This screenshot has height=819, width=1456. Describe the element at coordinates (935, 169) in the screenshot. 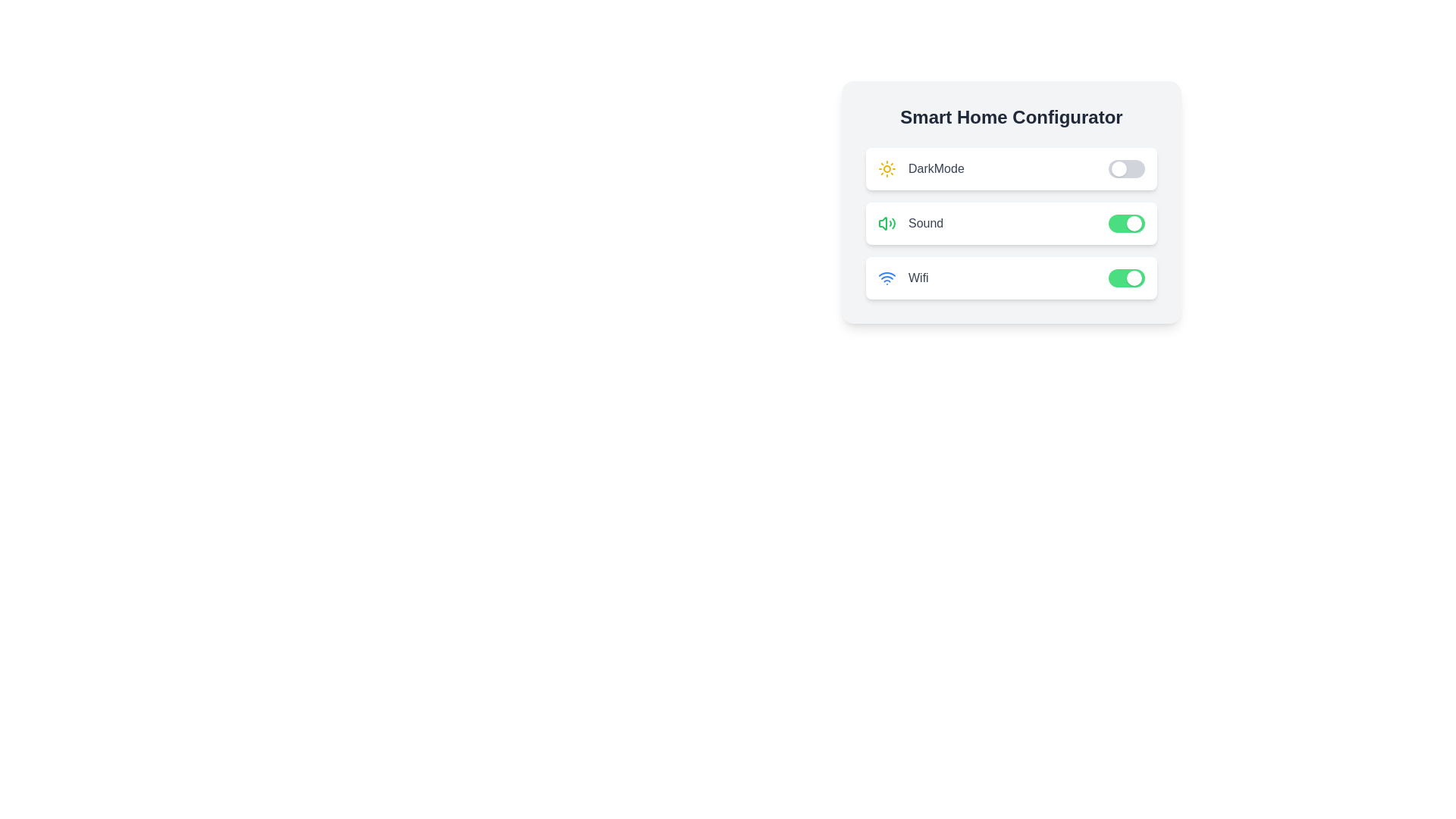

I see `the label for the toggle switch controlling the dark mode setting, which is located in the first row of a vertical list within the Smart Home Configurator card interface, adjacent to a sun icon and a toggle switch` at that location.